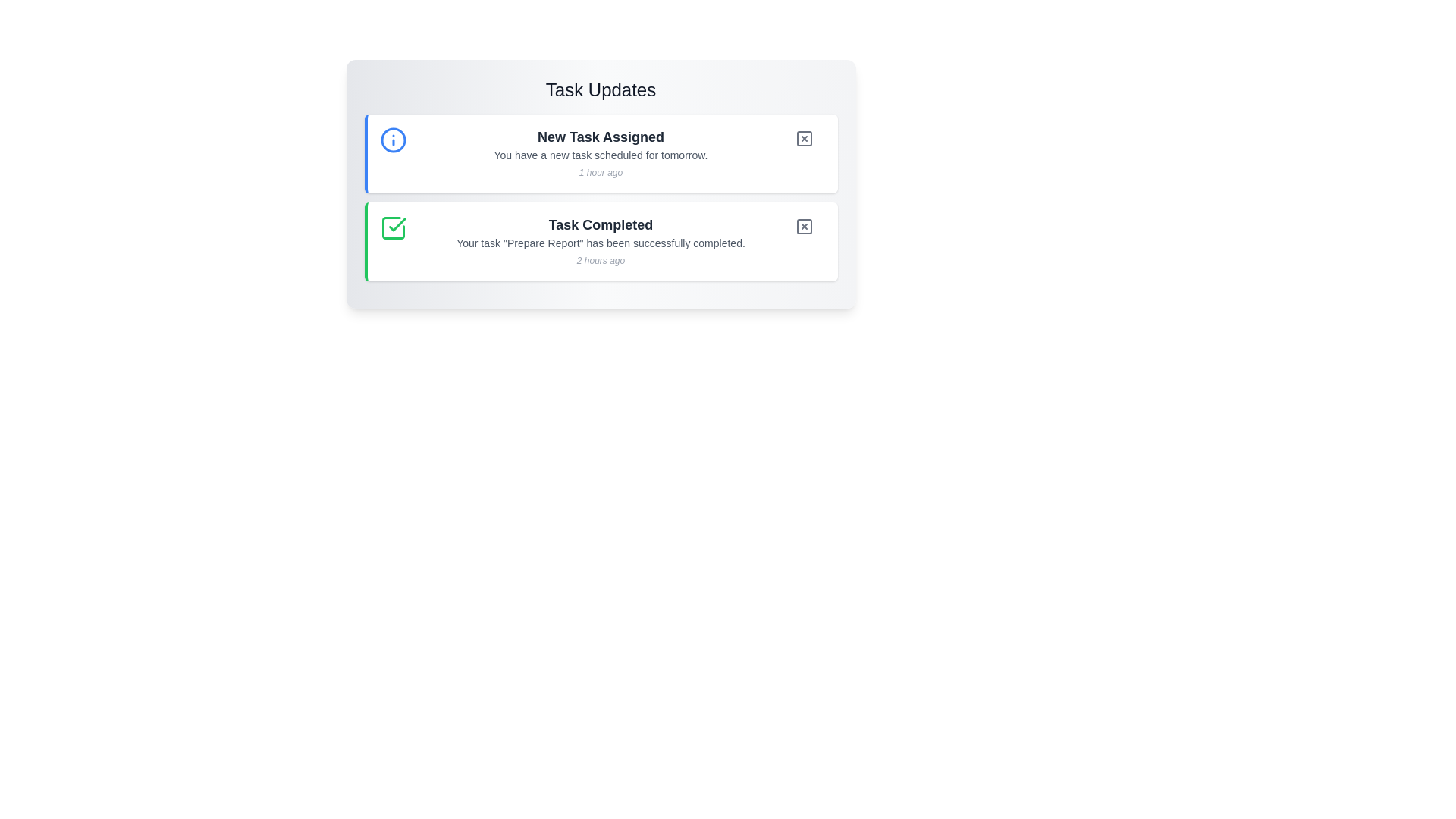  I want to click on the square icon with a cross (X) inside, located next to the text 'New Task Assigned', so click(803, 138).